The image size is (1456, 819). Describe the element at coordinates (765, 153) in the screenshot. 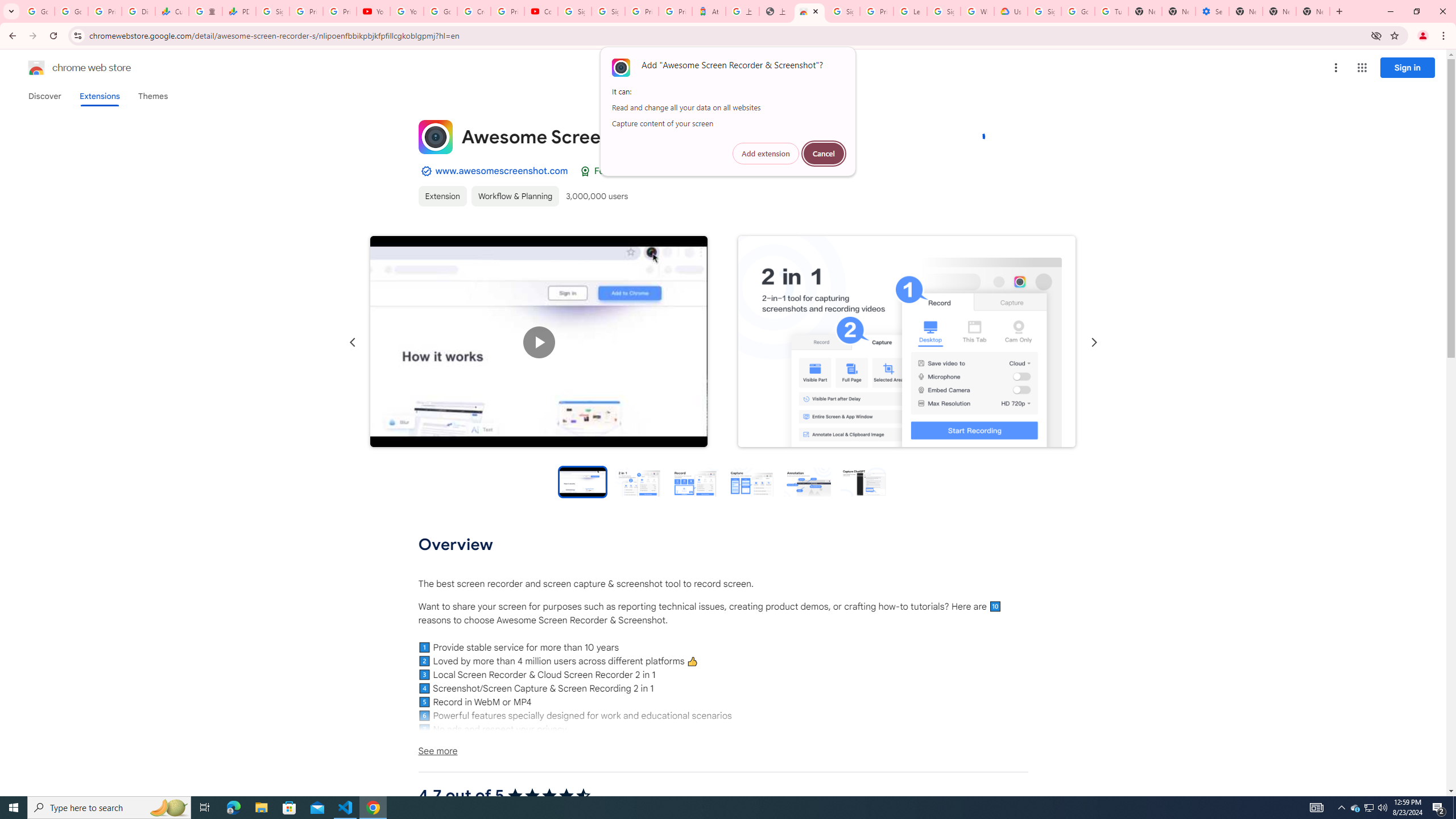

I see `'Add extension'` at that location.